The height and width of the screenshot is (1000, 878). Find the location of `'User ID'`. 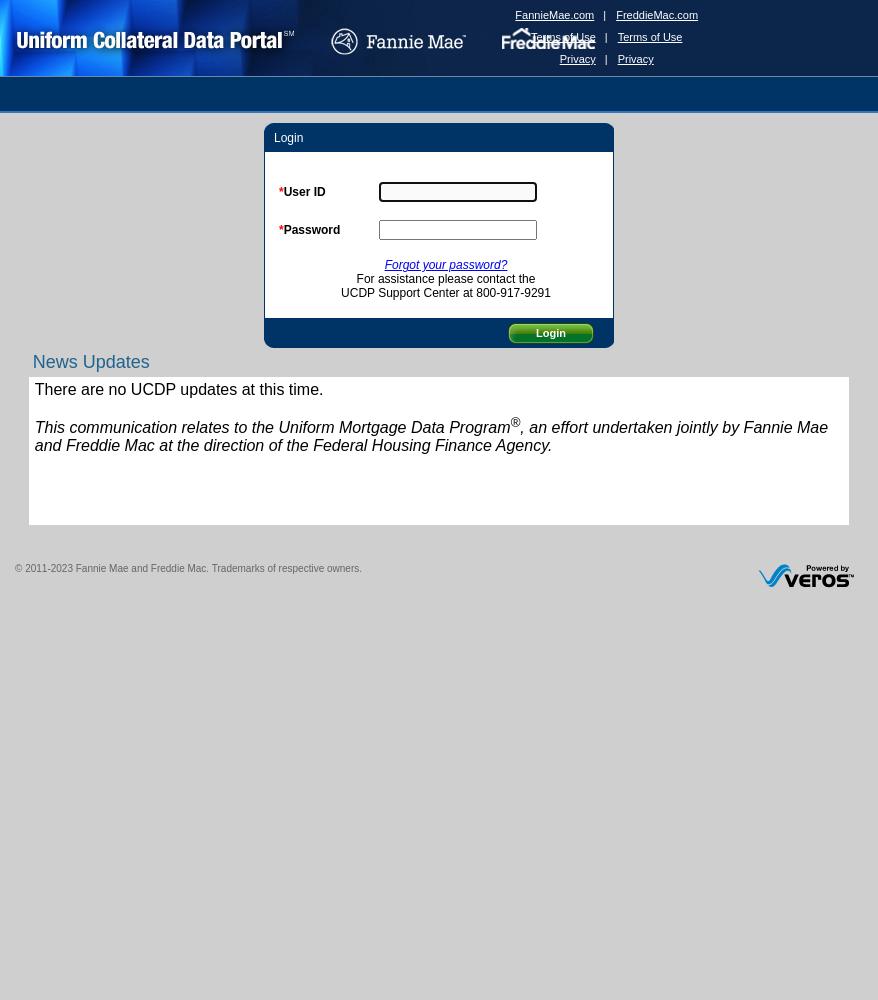

'User ID' is located at coordinates (304, 191).